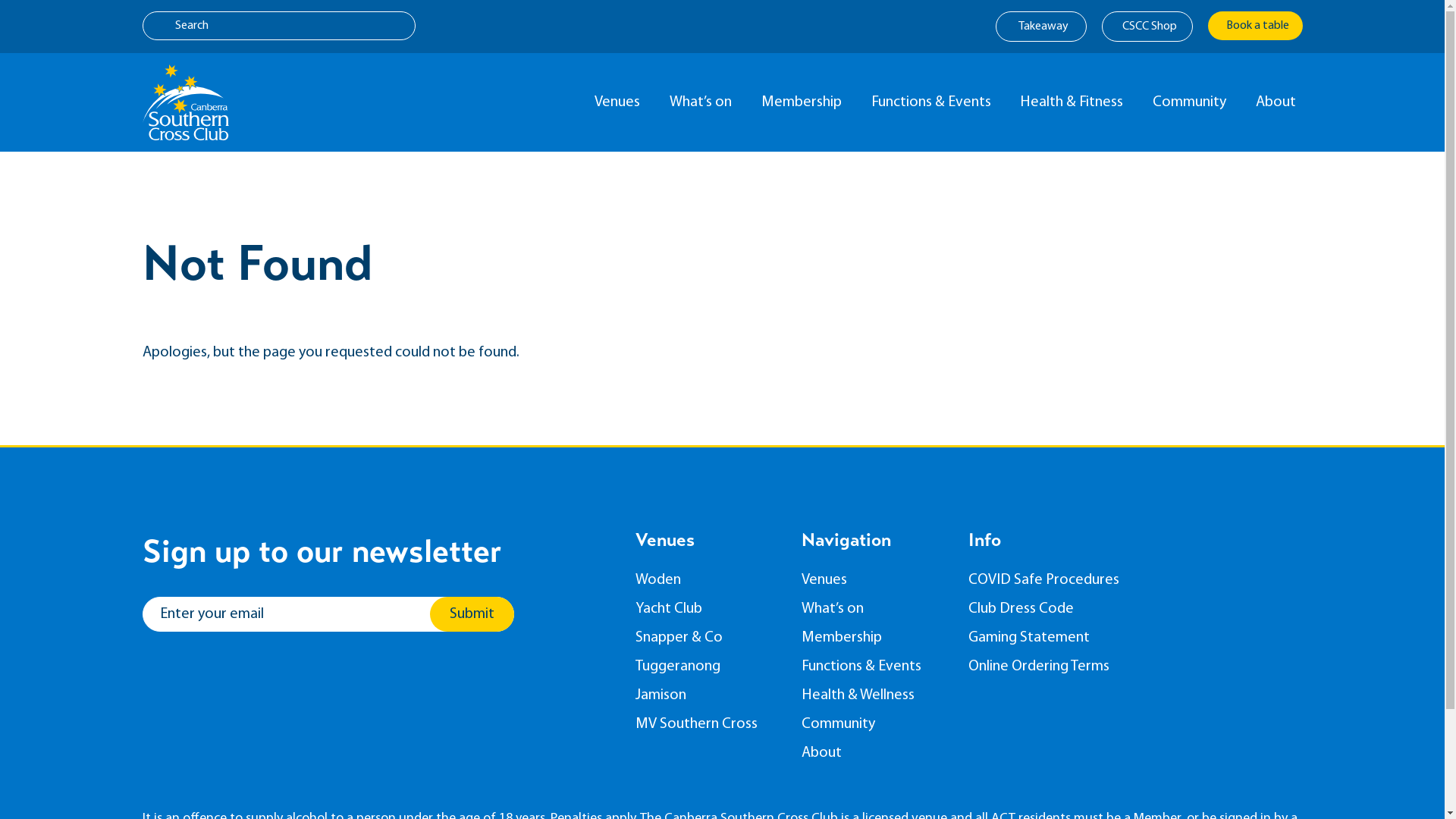  Describe the element at coordinates (800, 666) in the screenshot. I see `'Functions & Events'` at that location.